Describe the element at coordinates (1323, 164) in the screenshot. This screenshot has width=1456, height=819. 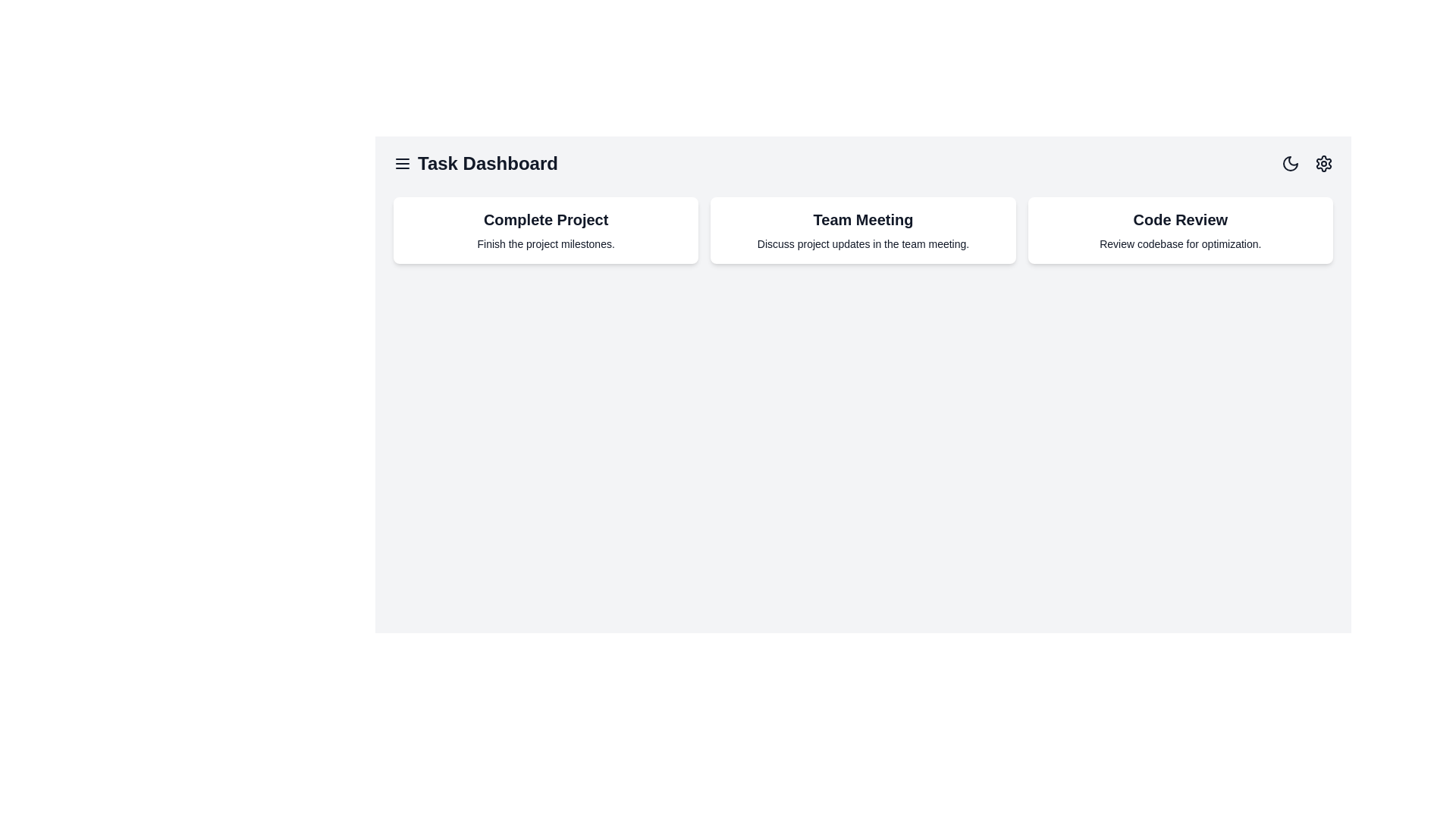
I see `the settings icon located at the top-right of the application interface` at that location.